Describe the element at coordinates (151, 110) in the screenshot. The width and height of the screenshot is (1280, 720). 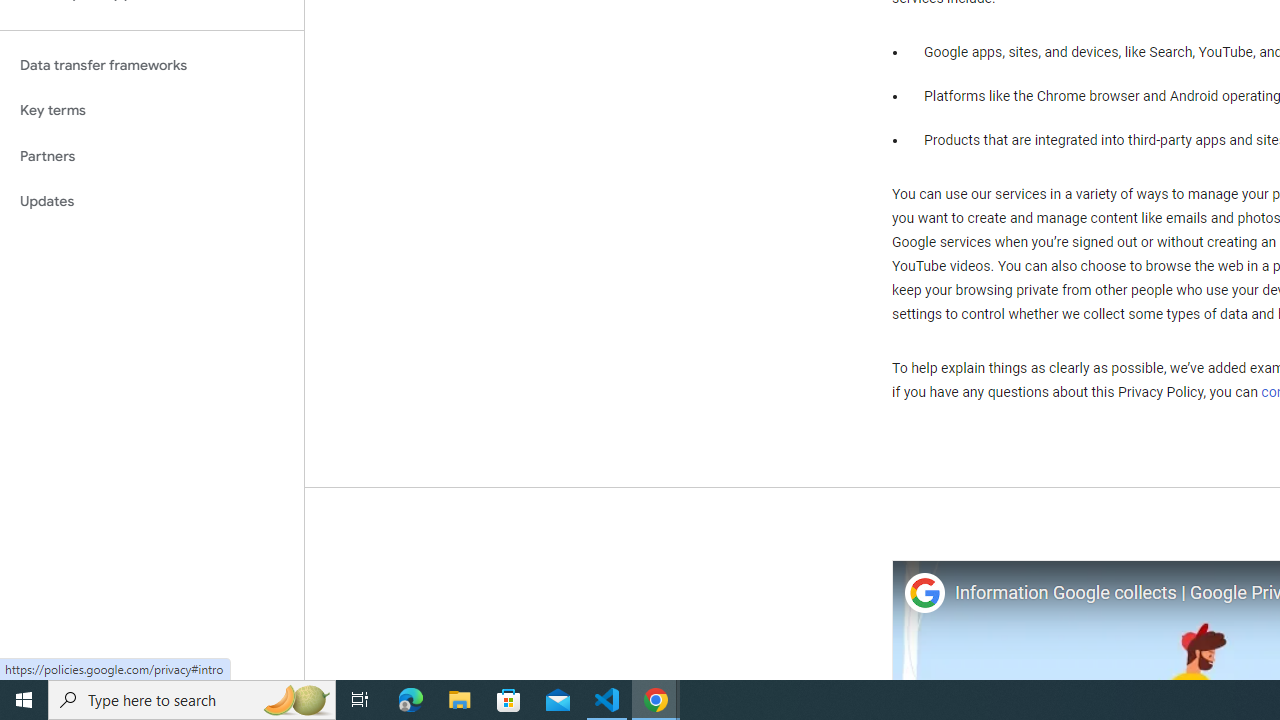
I see `'Key terms'` at that location.